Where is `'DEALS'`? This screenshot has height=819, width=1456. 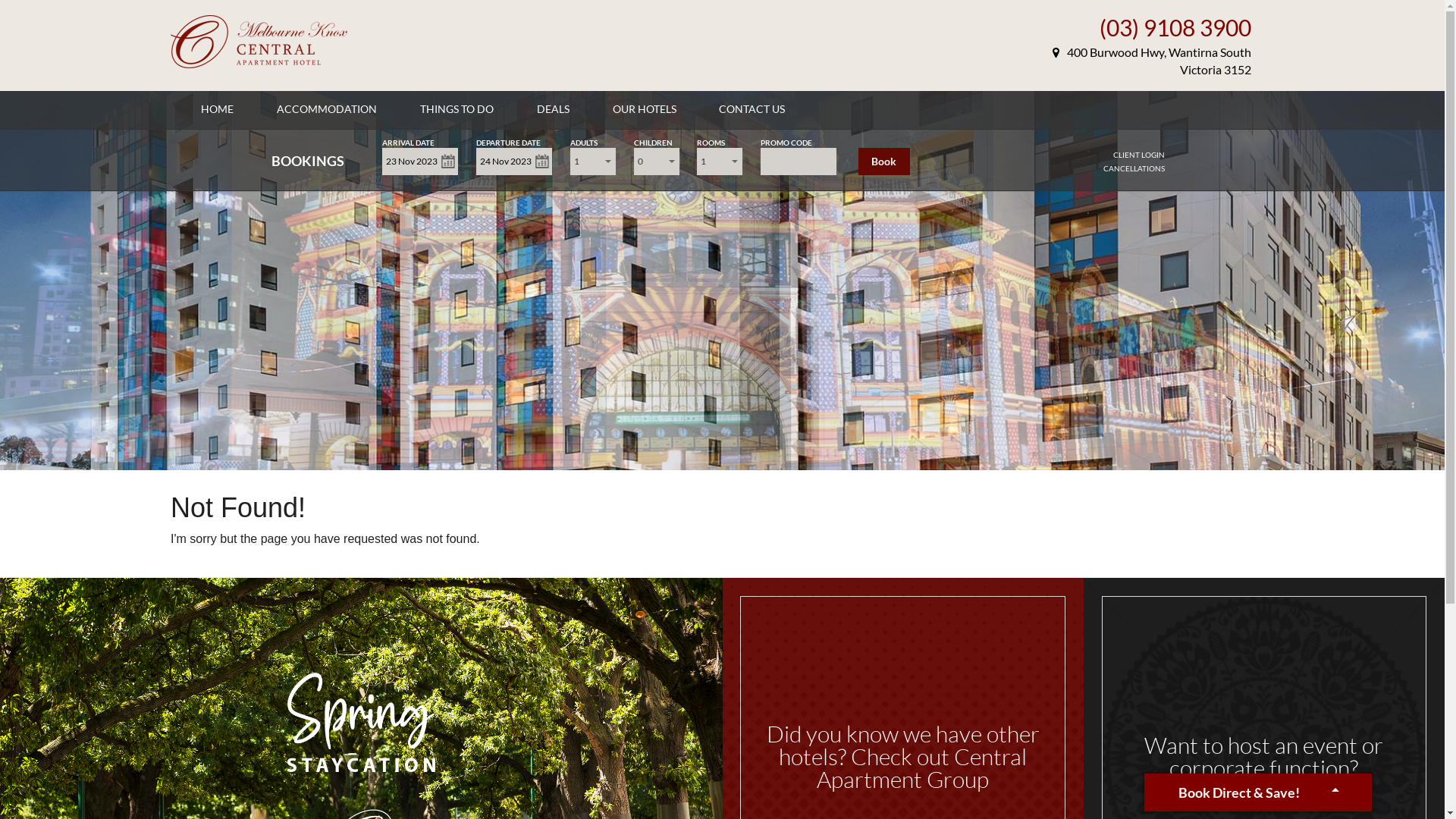 'DEALS' is located at coordinates (537, 108).